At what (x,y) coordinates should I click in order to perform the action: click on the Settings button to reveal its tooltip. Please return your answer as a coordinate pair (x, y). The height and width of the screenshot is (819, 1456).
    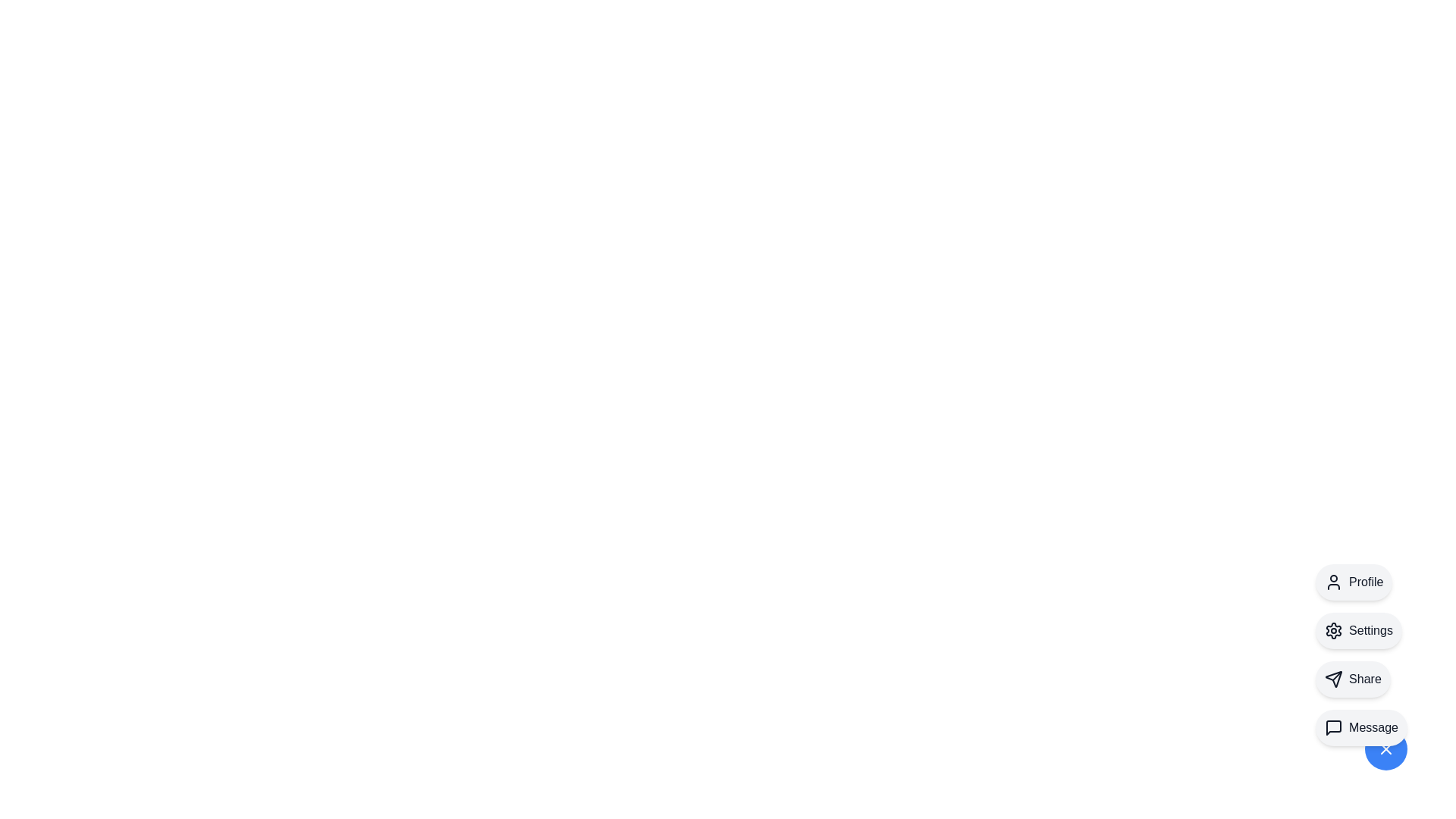
    Looking at the image, I should click on (1358, 631).